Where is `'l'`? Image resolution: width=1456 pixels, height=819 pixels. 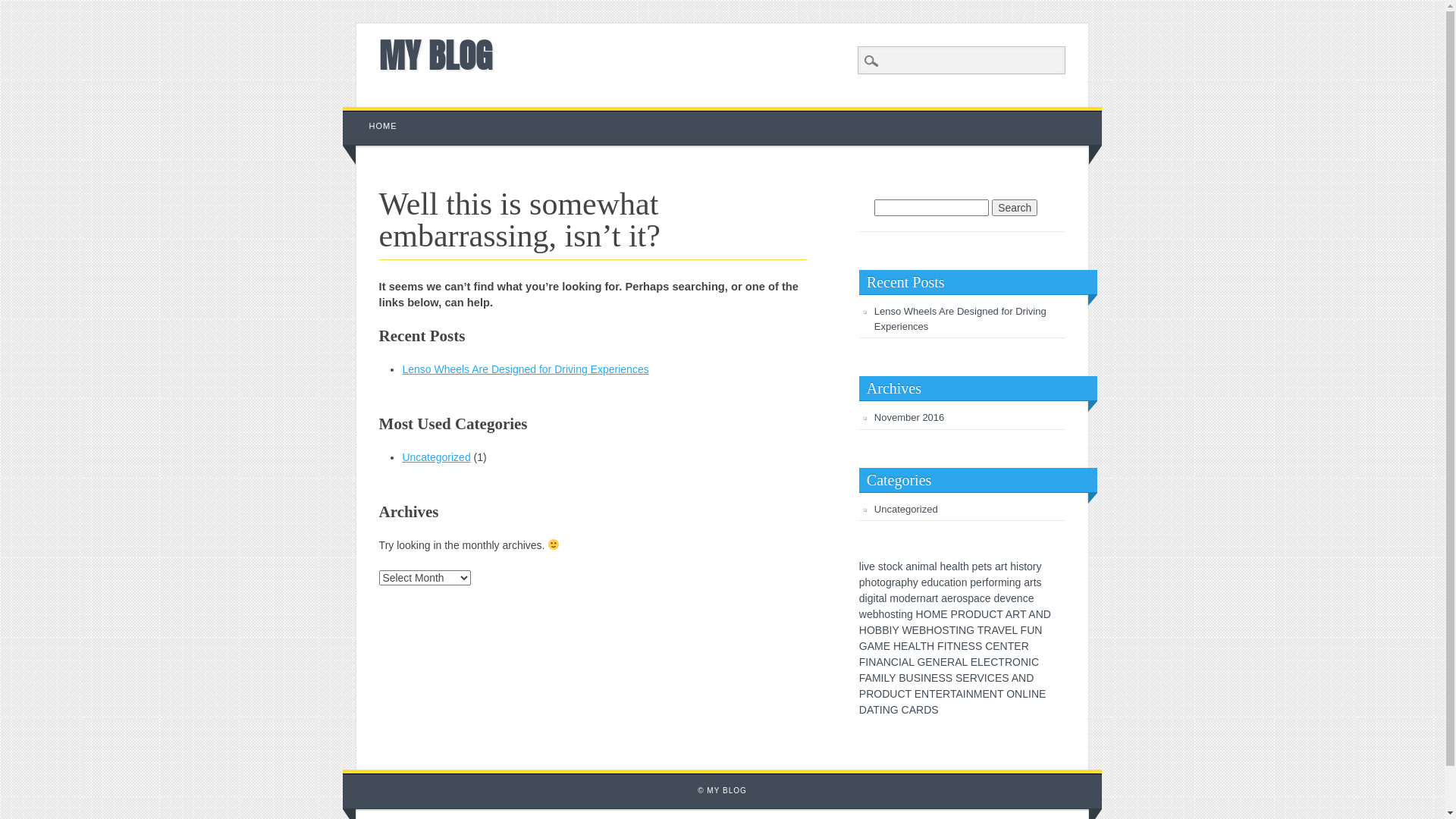 'l' is located at coordinates (958, 566).